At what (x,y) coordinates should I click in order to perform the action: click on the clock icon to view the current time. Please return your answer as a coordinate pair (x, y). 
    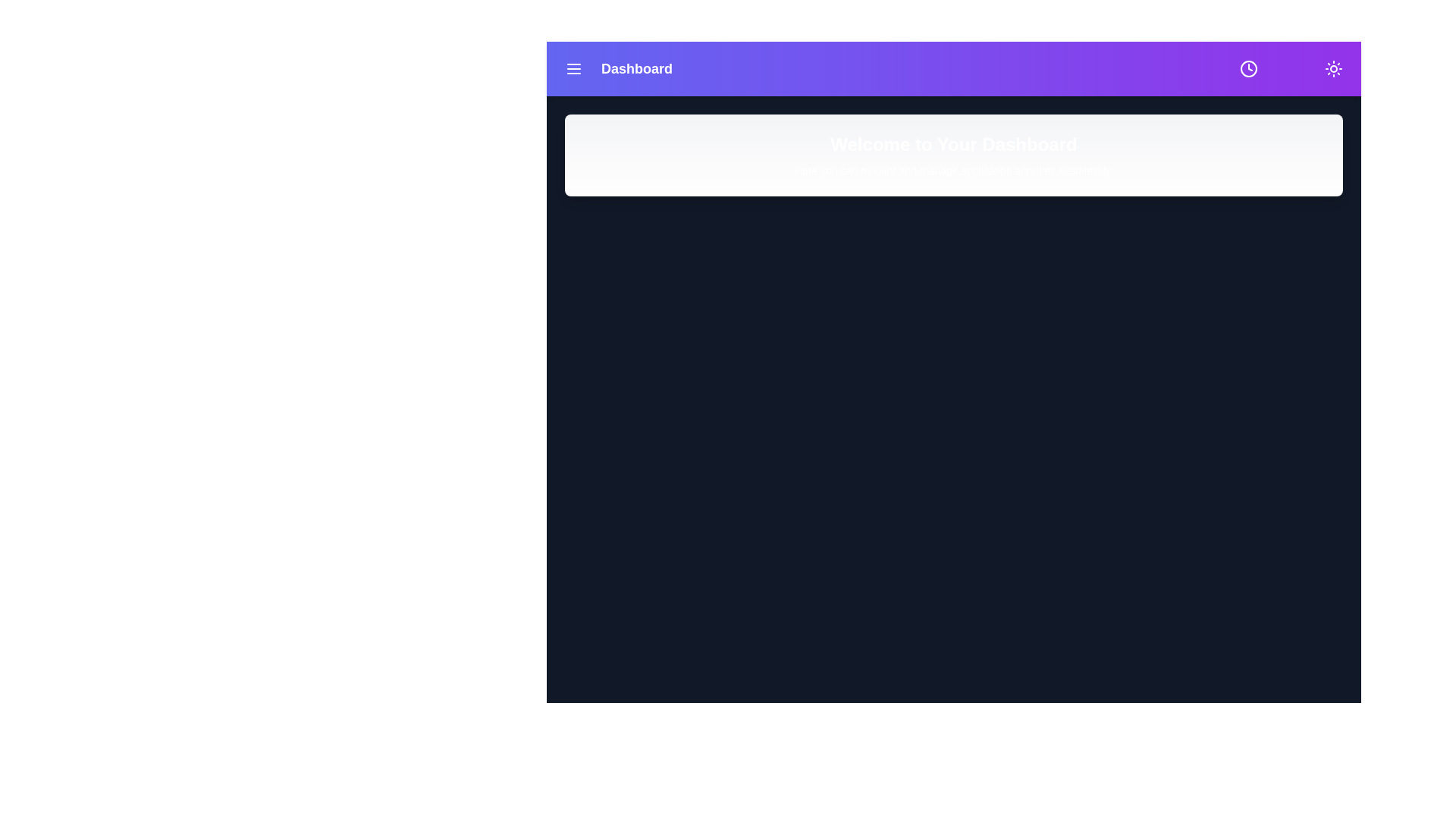
    Looking at the image, I should click on (1248, 69).